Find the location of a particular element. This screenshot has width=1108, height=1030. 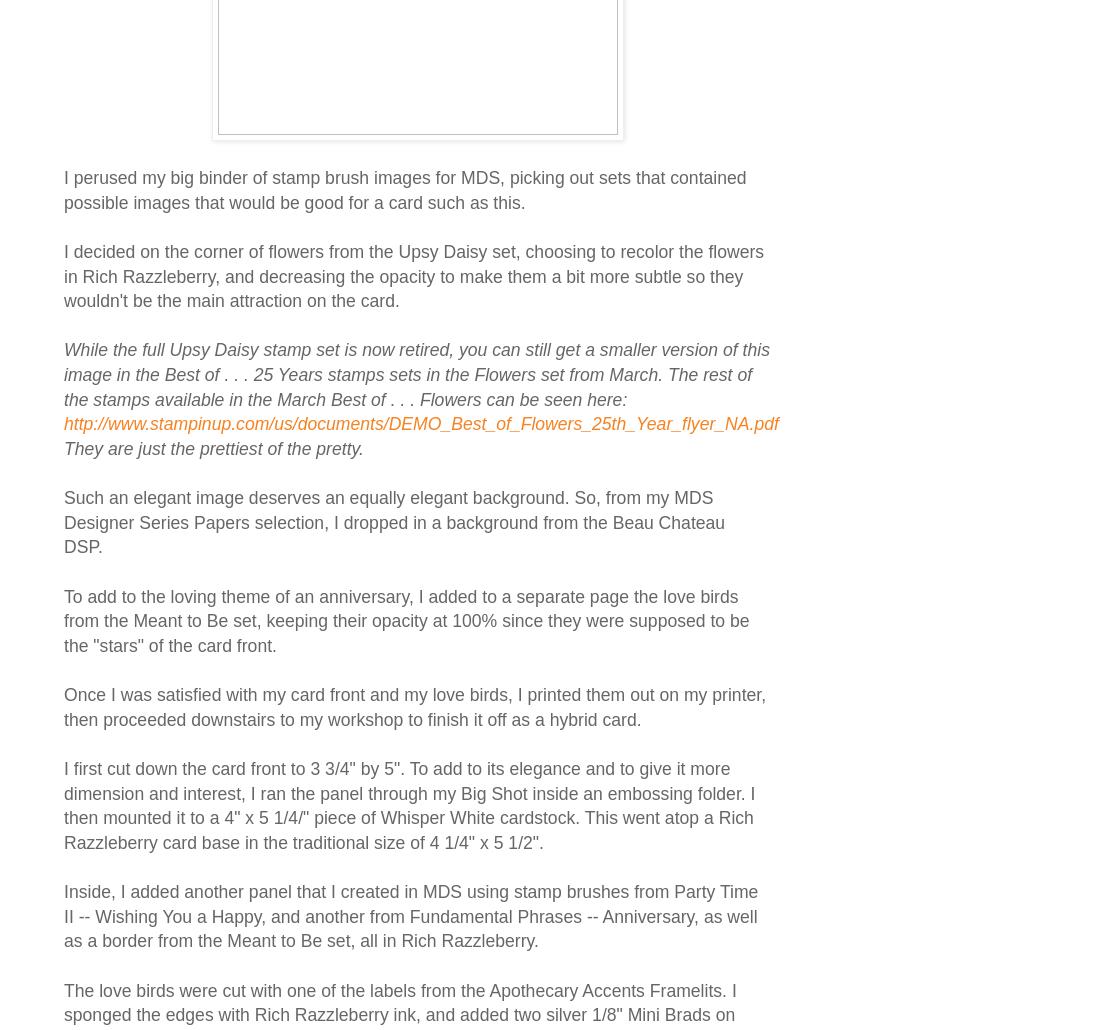

'I decided on the corner of flowers from the Upsy Daisy set, choosing to recolor the flowers in Rich Razzleberry, and decreasing the opacity to make them a bit more subtle so they wouldn't be the main attraction on the card.' is located at coordinates (63, 275).